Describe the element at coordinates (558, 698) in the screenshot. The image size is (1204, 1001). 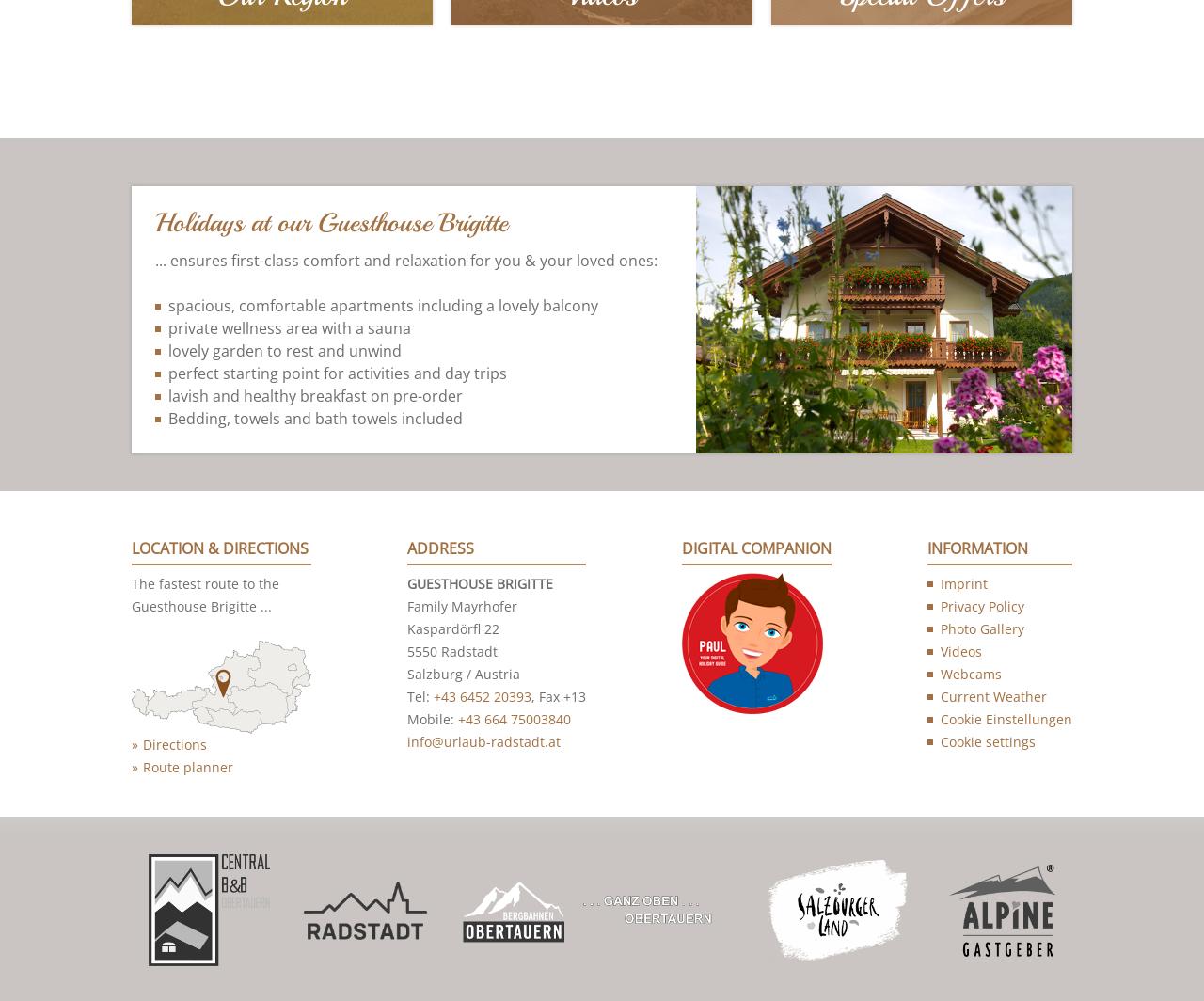
I see `', Fax +13'` at that location.